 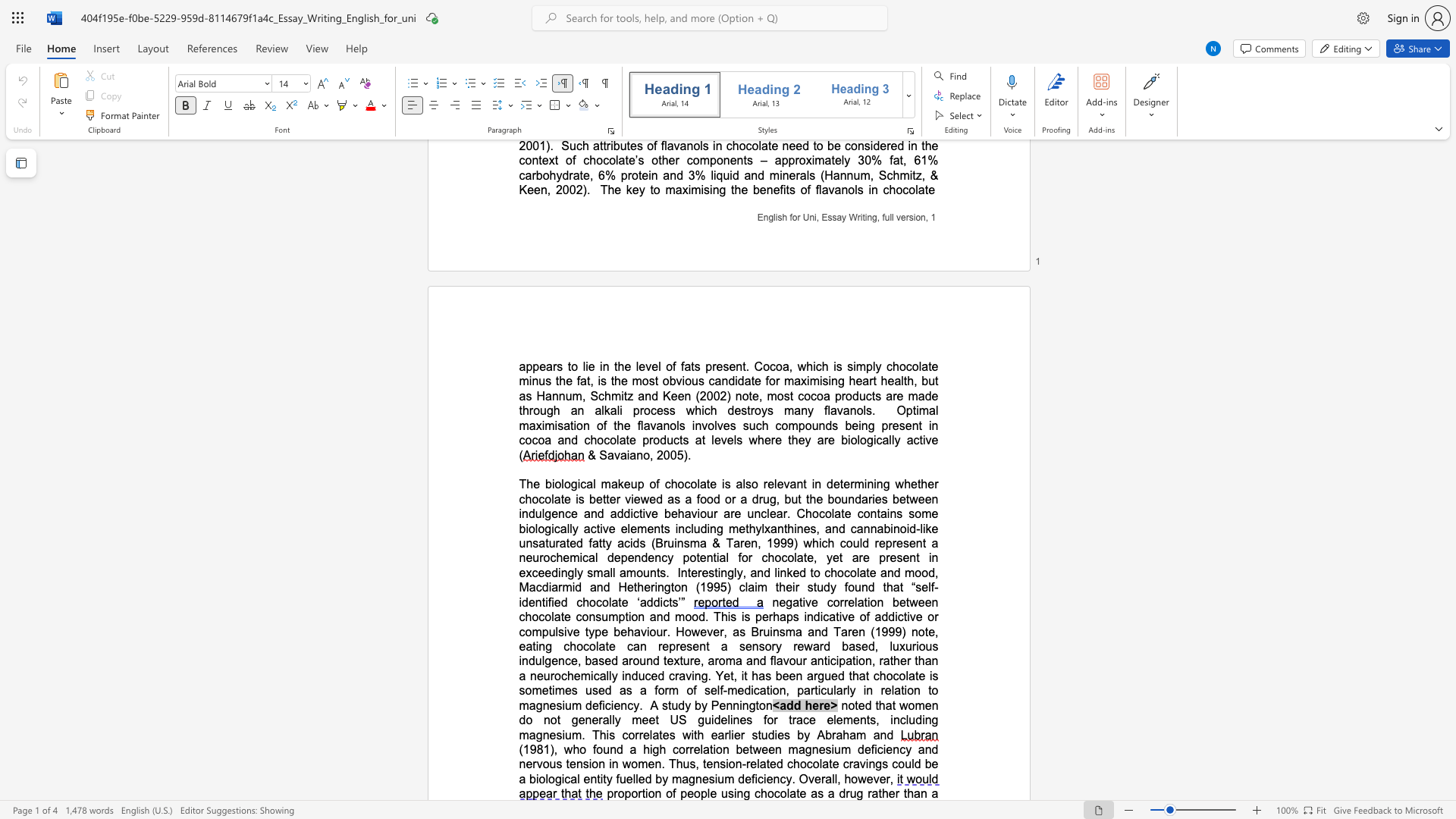 I want to click on the subset text "ogical makeup of chocol" within the text "The biological makeup of chocolate is also relevant in", so click(x=563, y=484).